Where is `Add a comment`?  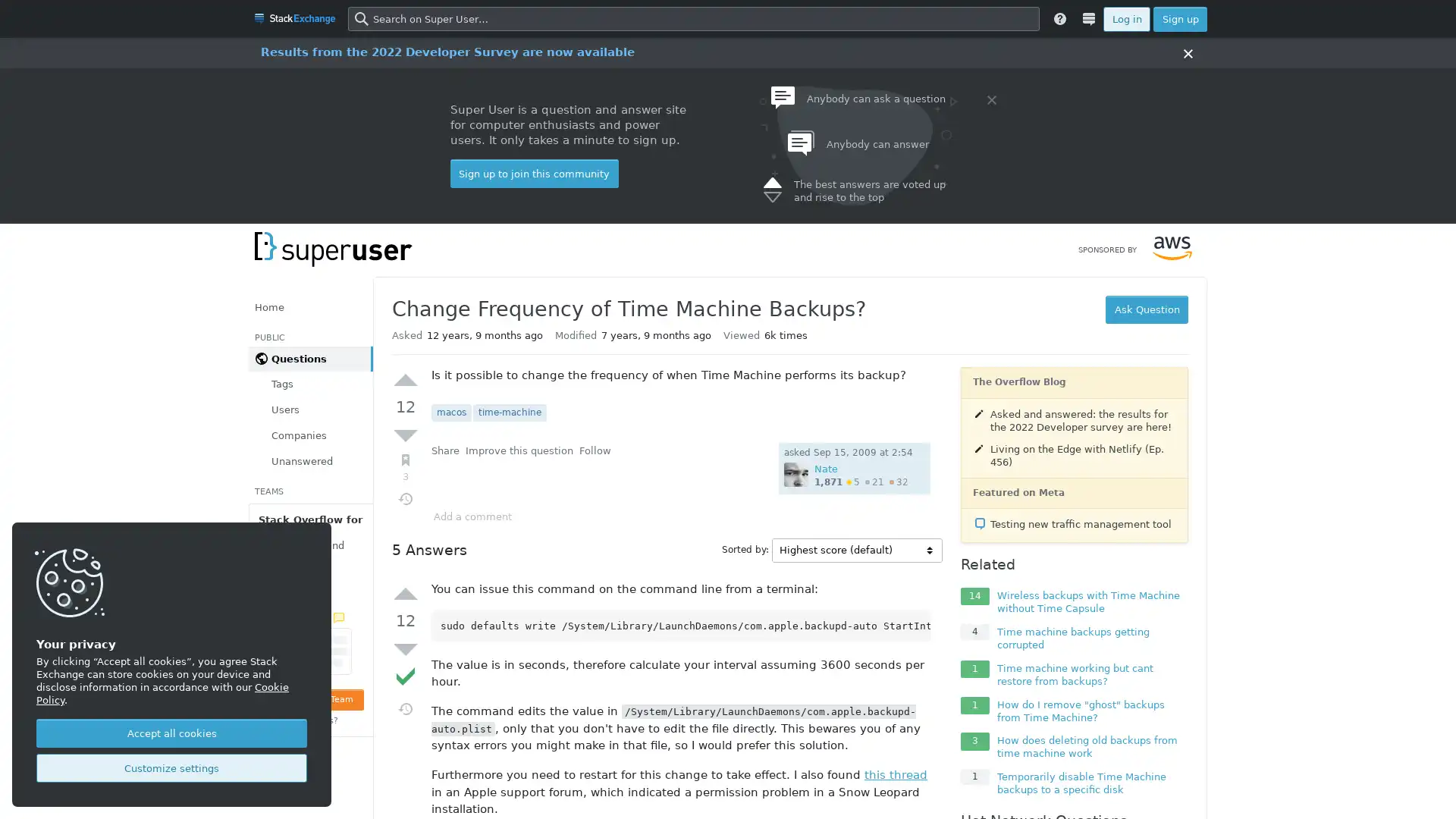
Add a comment is located at coordinates (472, 516).